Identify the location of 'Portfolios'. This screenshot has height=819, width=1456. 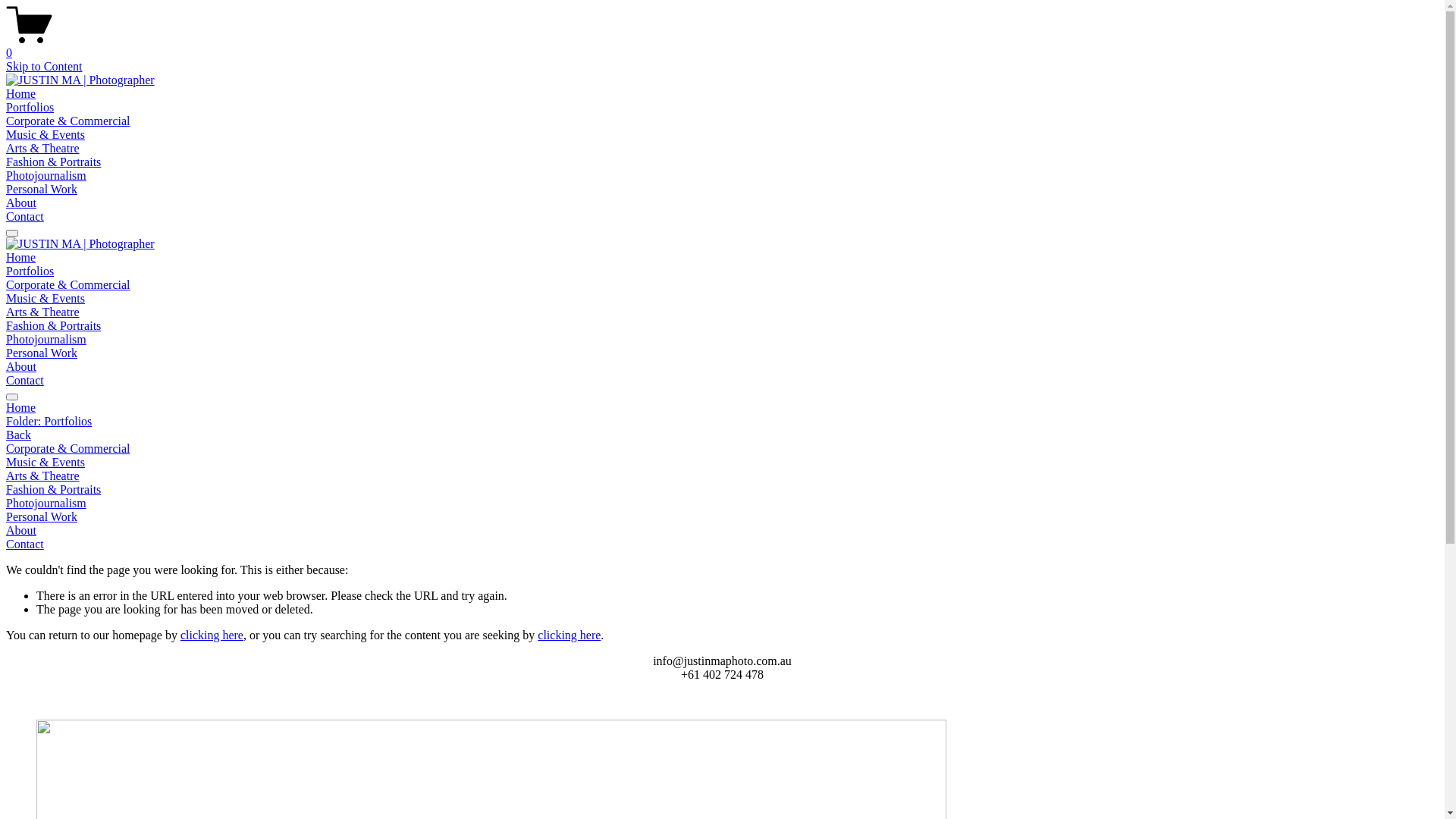
(30, 270).